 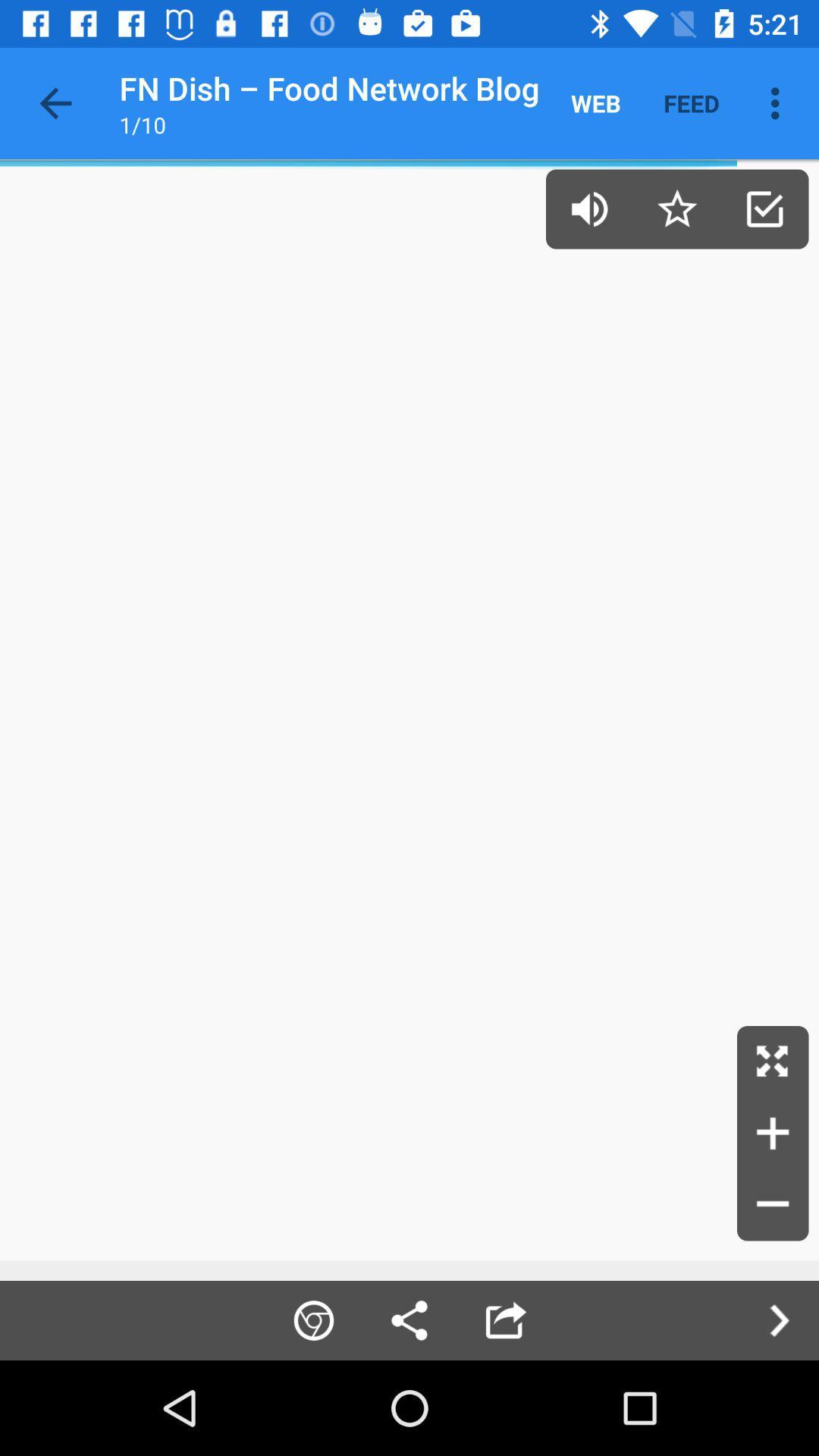 What do you see at coordinates (764, 208) in the screenshot?
I see `the check icon` at bounding box center [764, 208].